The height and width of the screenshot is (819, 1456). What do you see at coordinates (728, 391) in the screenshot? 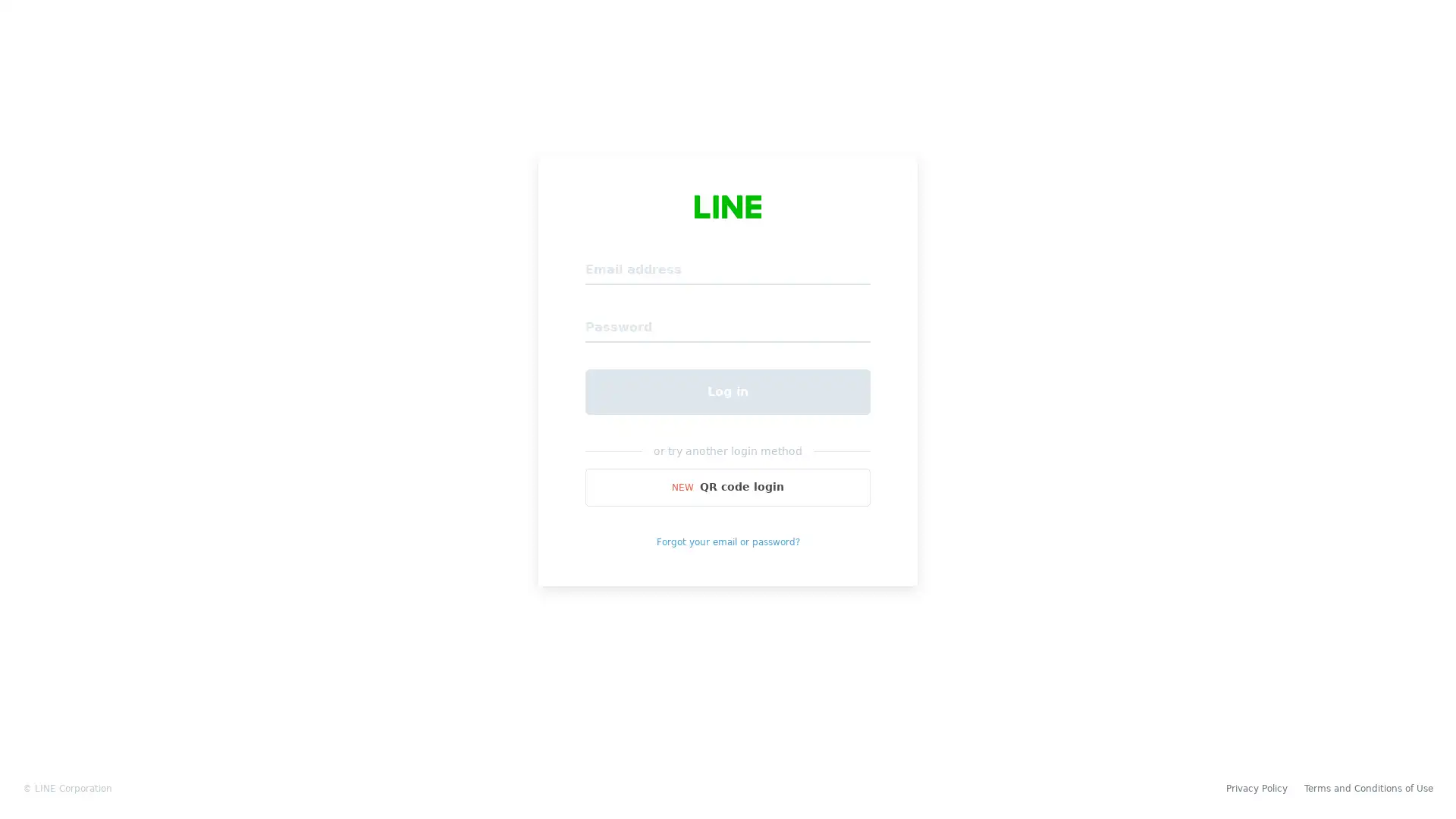
I see `Log in` at bounding box center [728, 391].